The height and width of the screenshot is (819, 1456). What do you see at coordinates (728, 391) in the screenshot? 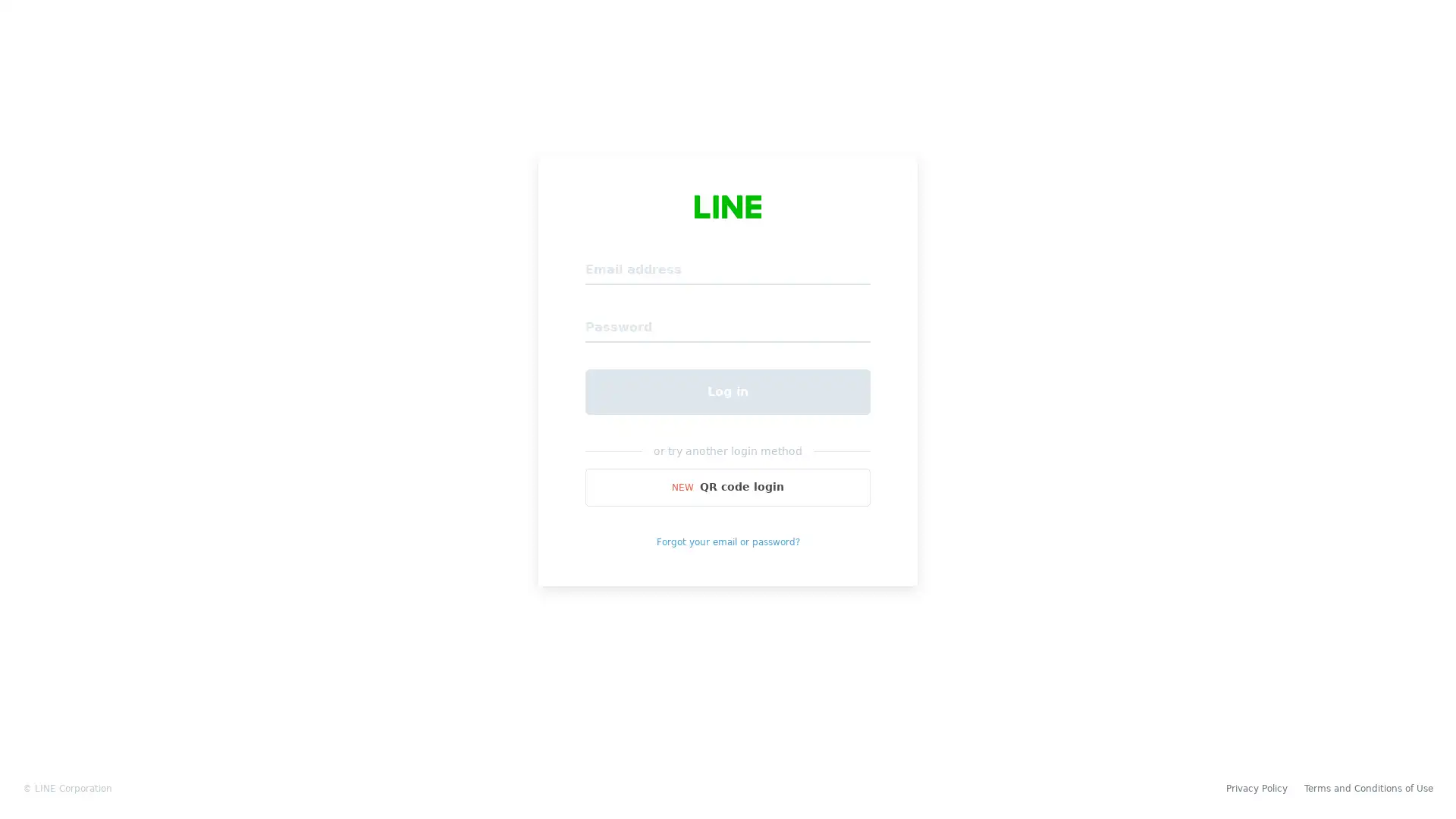
I see `Log in` at bounding box center [728, 391].